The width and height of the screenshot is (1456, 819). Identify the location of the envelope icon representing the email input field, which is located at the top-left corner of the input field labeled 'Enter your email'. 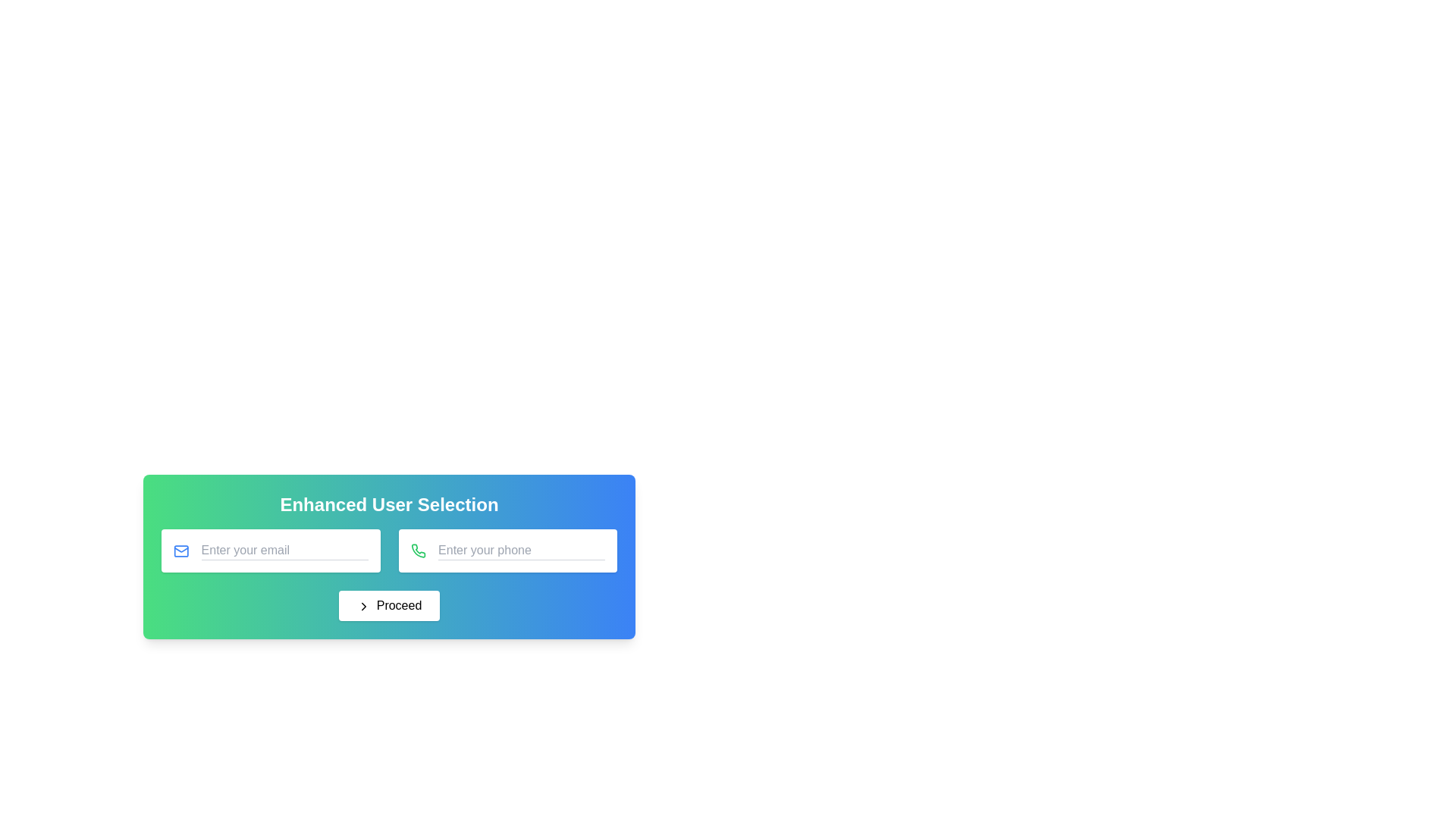
(181, 551).